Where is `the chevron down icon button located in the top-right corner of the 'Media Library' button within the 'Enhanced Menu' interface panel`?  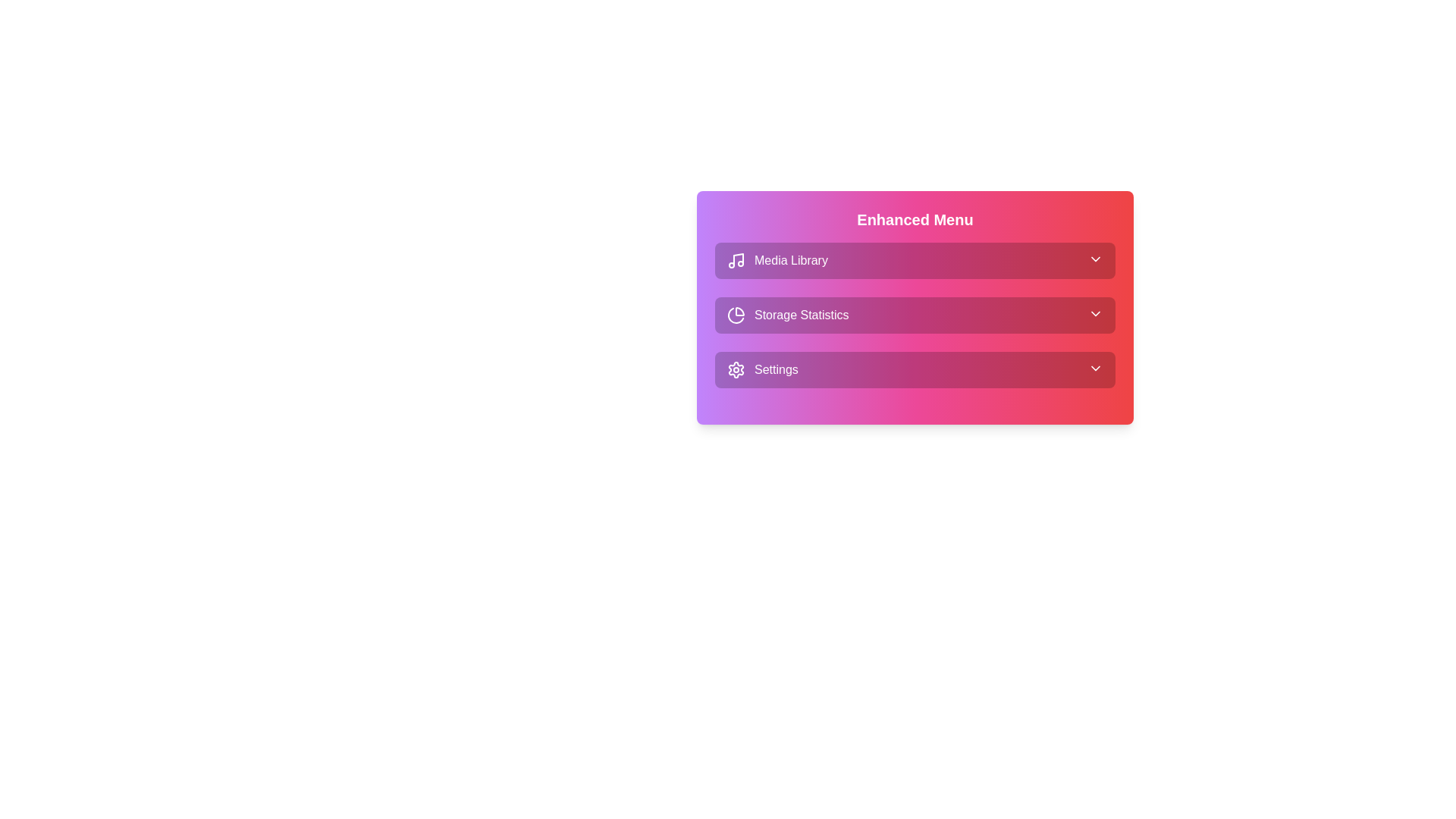
the chevron down icon button located in the top-right corner of the 'Media Library' button within the 'Enhanced Menu' interface panel is located at coordinates (1095, 259).